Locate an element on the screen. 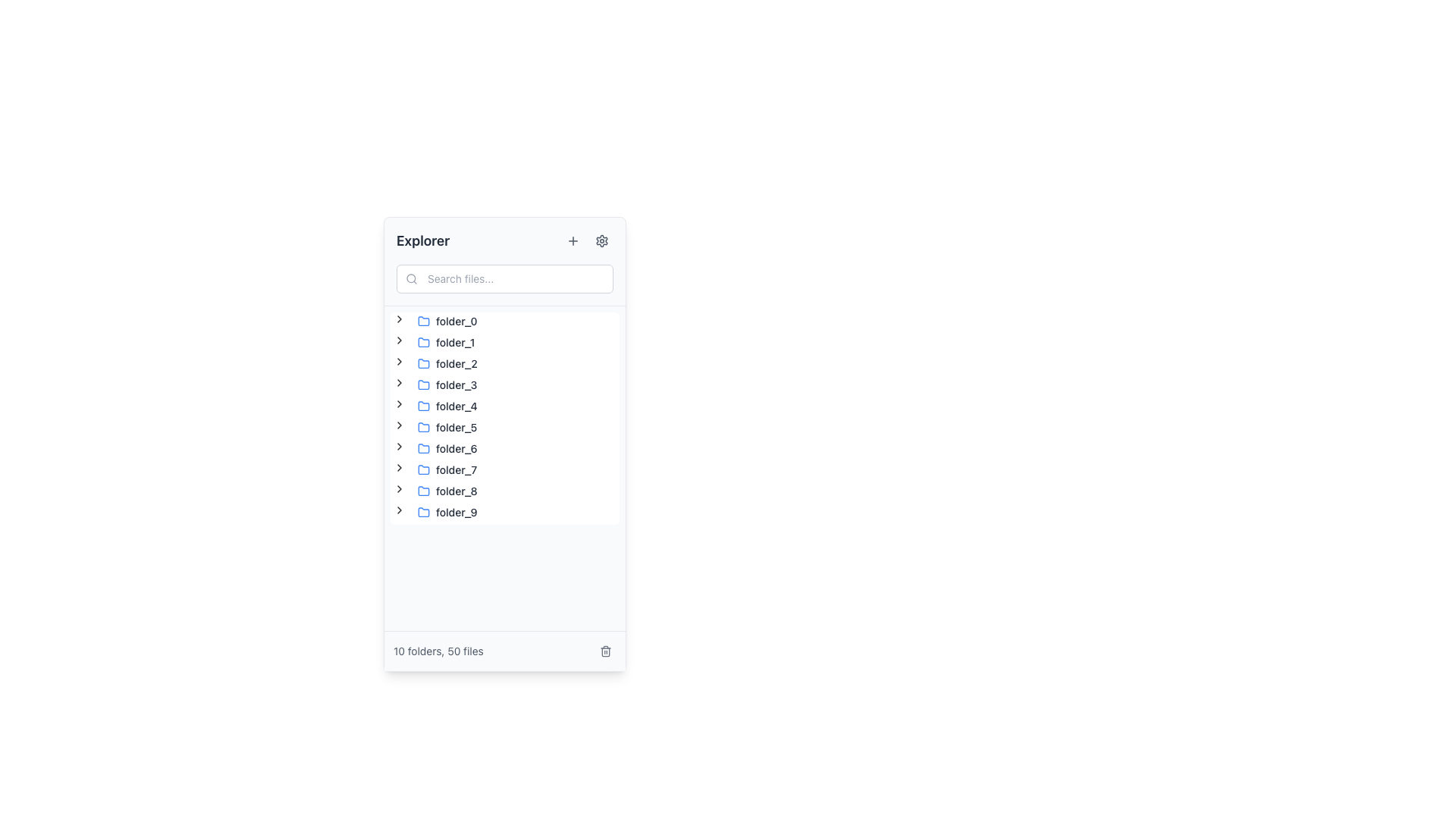 This screenshot has height=819, width=1456. the folder icon labeled 'folder_7' in the Explorer panel is located at coordinates (423, 468).